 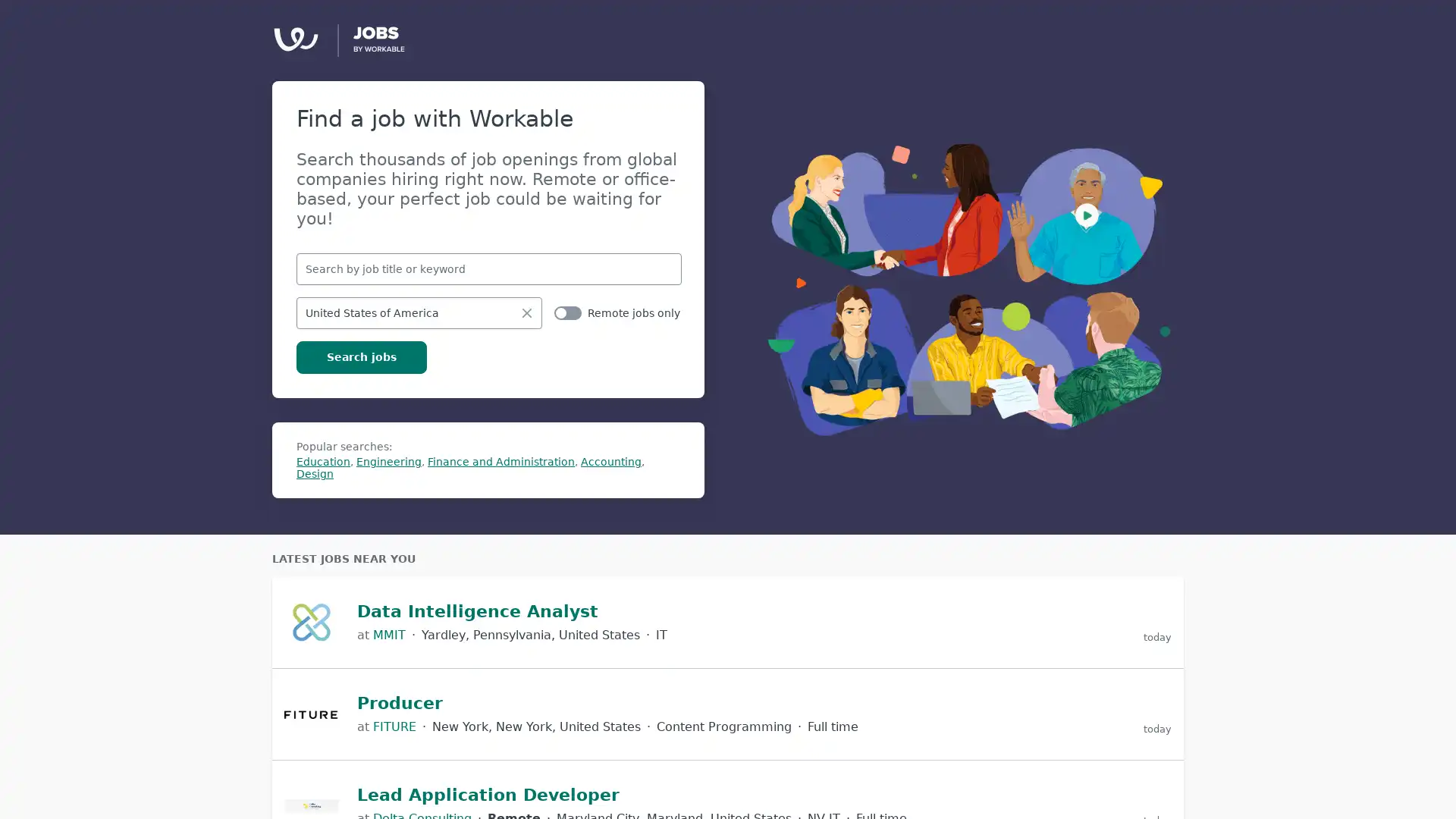 I want to click on Producer, so click(x=400, y=703).